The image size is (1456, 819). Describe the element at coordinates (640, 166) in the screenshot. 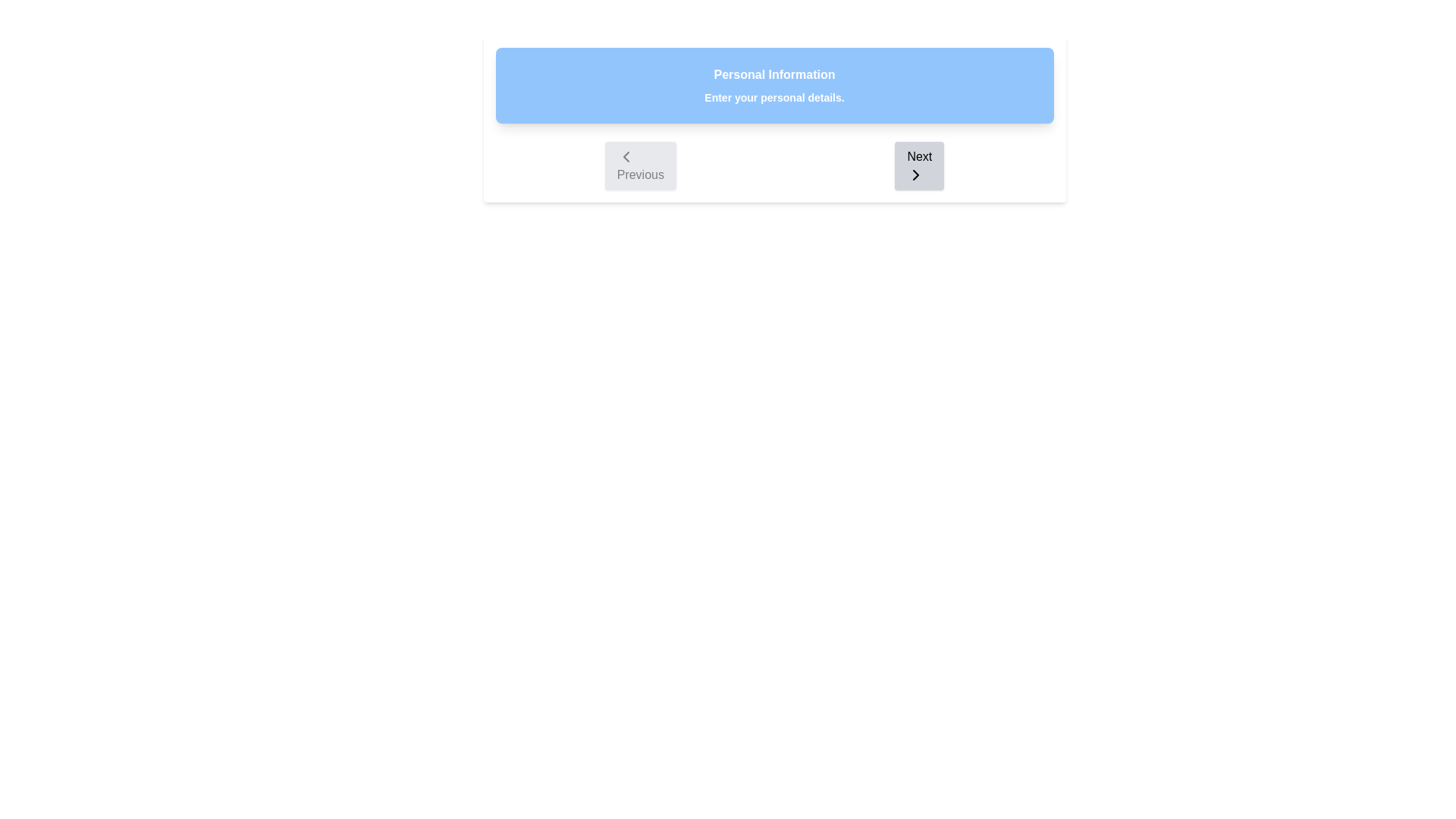

I see `the 'Previous' button, which is a rectangular button with rounded corners, gray background, and a left-pointing arrow icon` at that location.